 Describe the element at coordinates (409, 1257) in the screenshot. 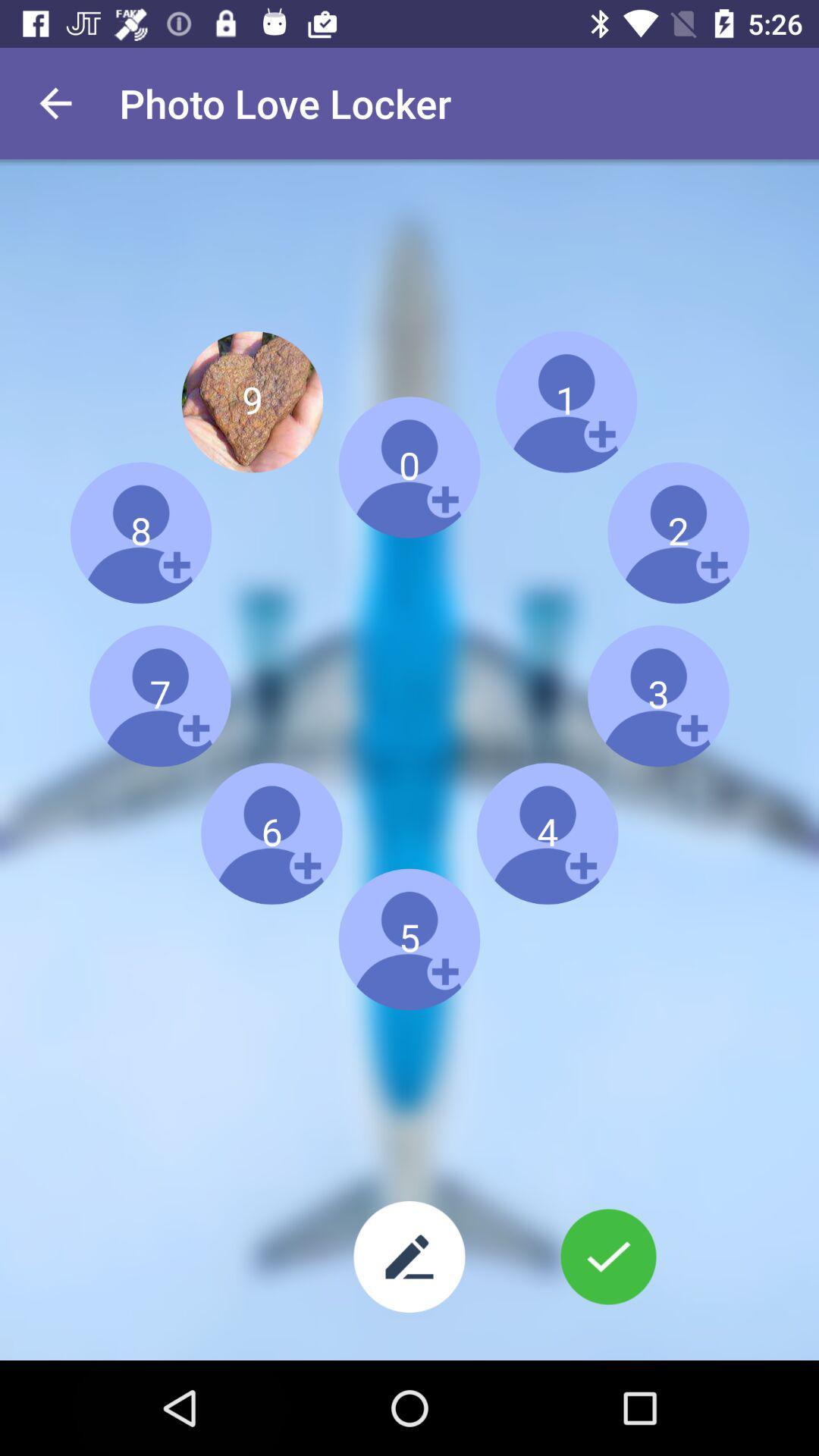

I see `the edit icon` at that location.